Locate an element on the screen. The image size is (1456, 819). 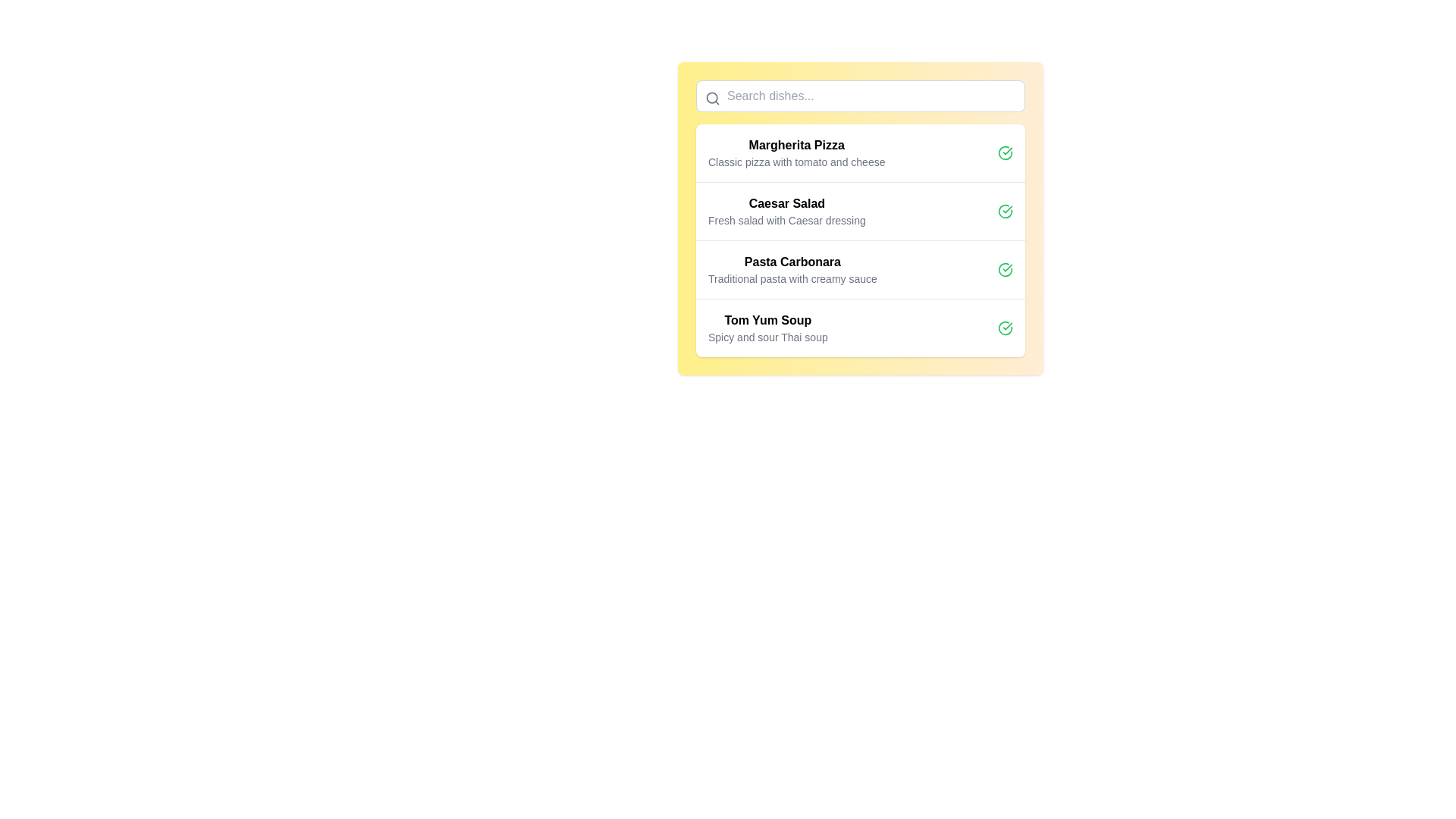
the green circular Status icon with a check mark symbol, located to the far right of the 'Margherita Pizza' item, aligning vertically with its title and description is located at coordinates (1005, 152).